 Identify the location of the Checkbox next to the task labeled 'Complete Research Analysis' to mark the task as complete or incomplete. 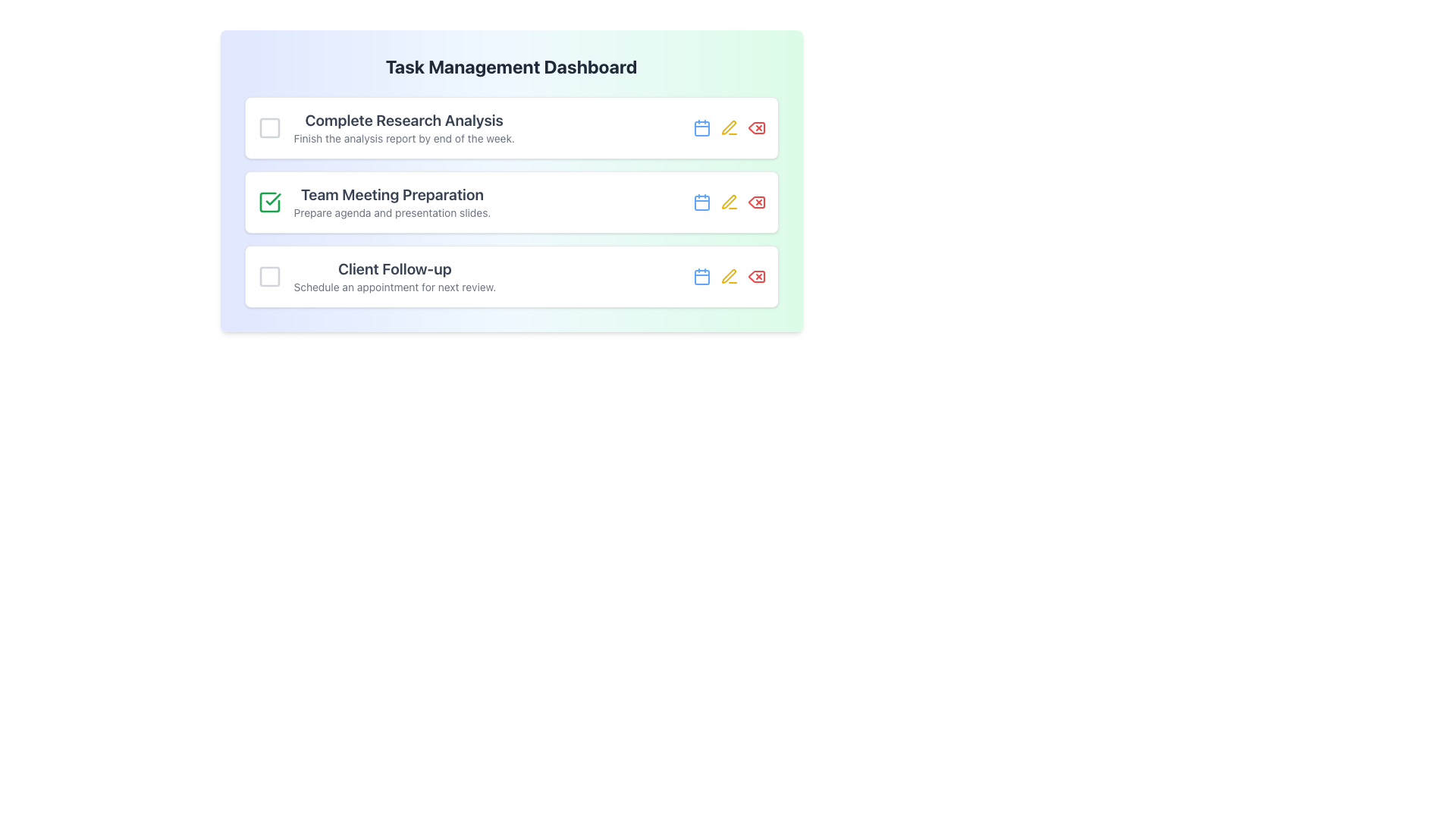
(269, 127).